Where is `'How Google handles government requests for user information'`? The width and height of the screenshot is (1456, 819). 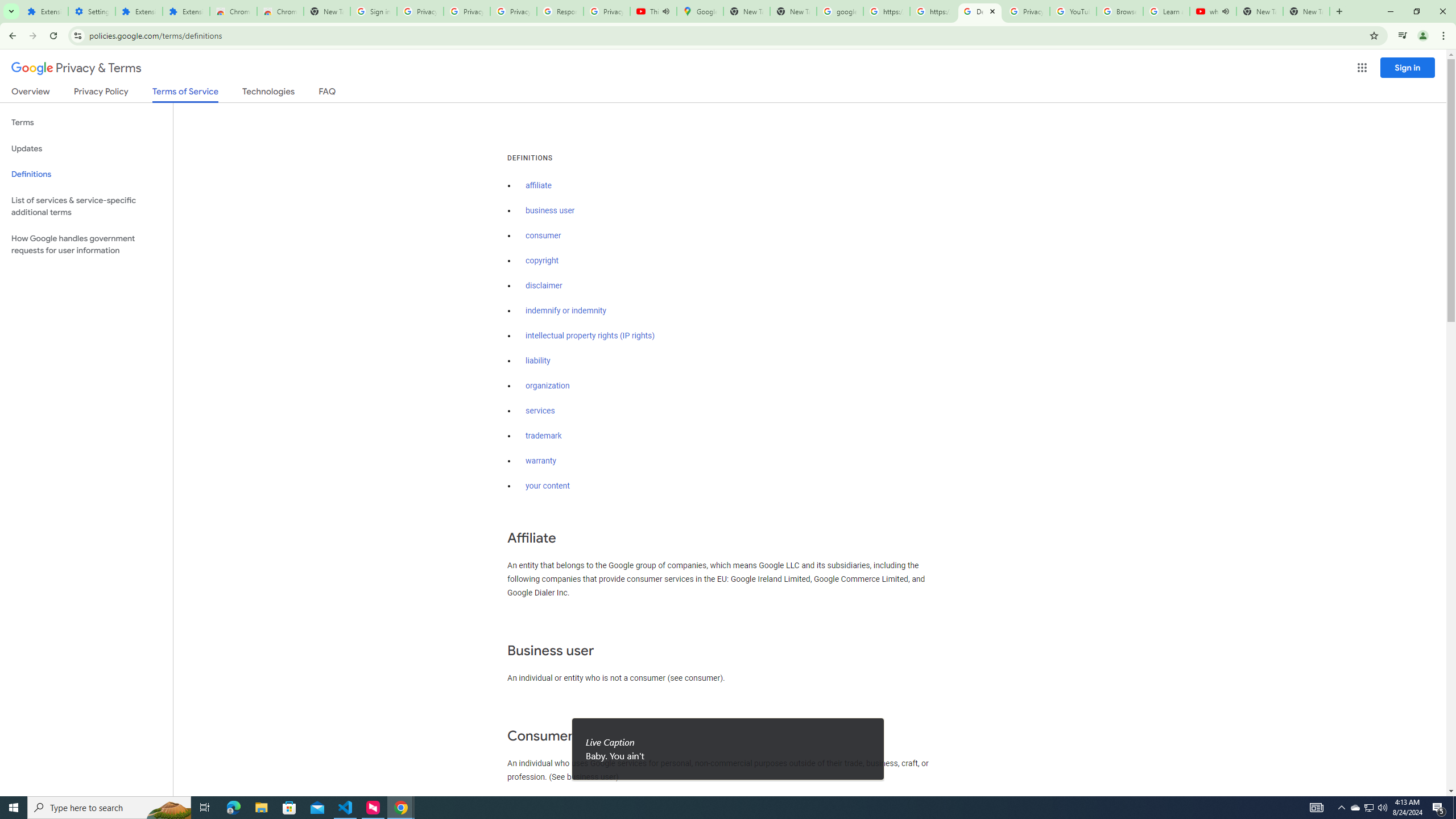 'How Google handles government requests for user information' is located at coordinates (86, 243).